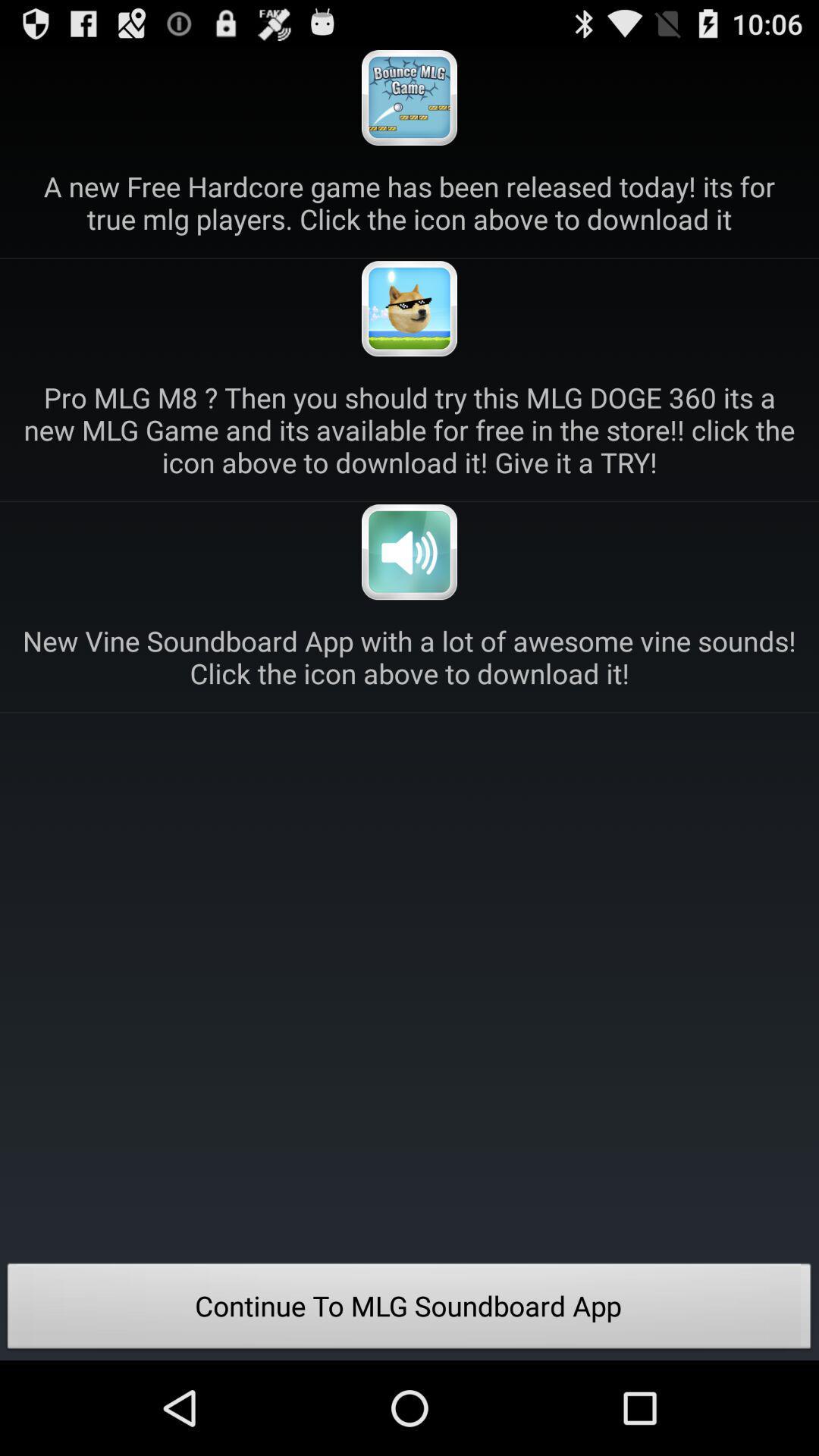 The image size is (819, 1456). I want to click on the icon above the continue to mlg, so click(409, 657).